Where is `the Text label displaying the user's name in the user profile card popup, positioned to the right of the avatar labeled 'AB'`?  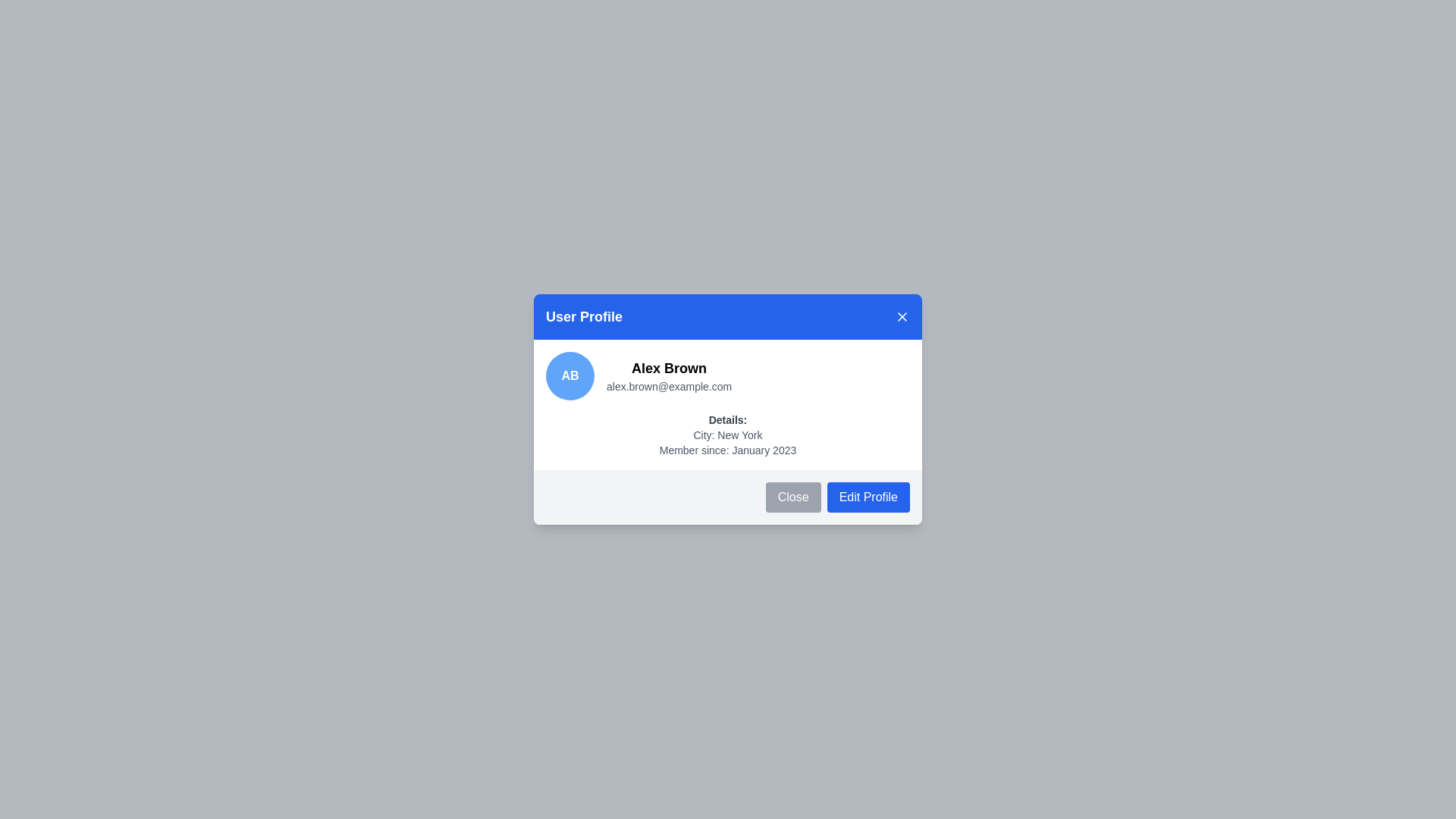 the Text label displaying the user's name in the user profile card popup, positioned to the right of the avatar labeled 'AB' is located at coordinates (668, 369).